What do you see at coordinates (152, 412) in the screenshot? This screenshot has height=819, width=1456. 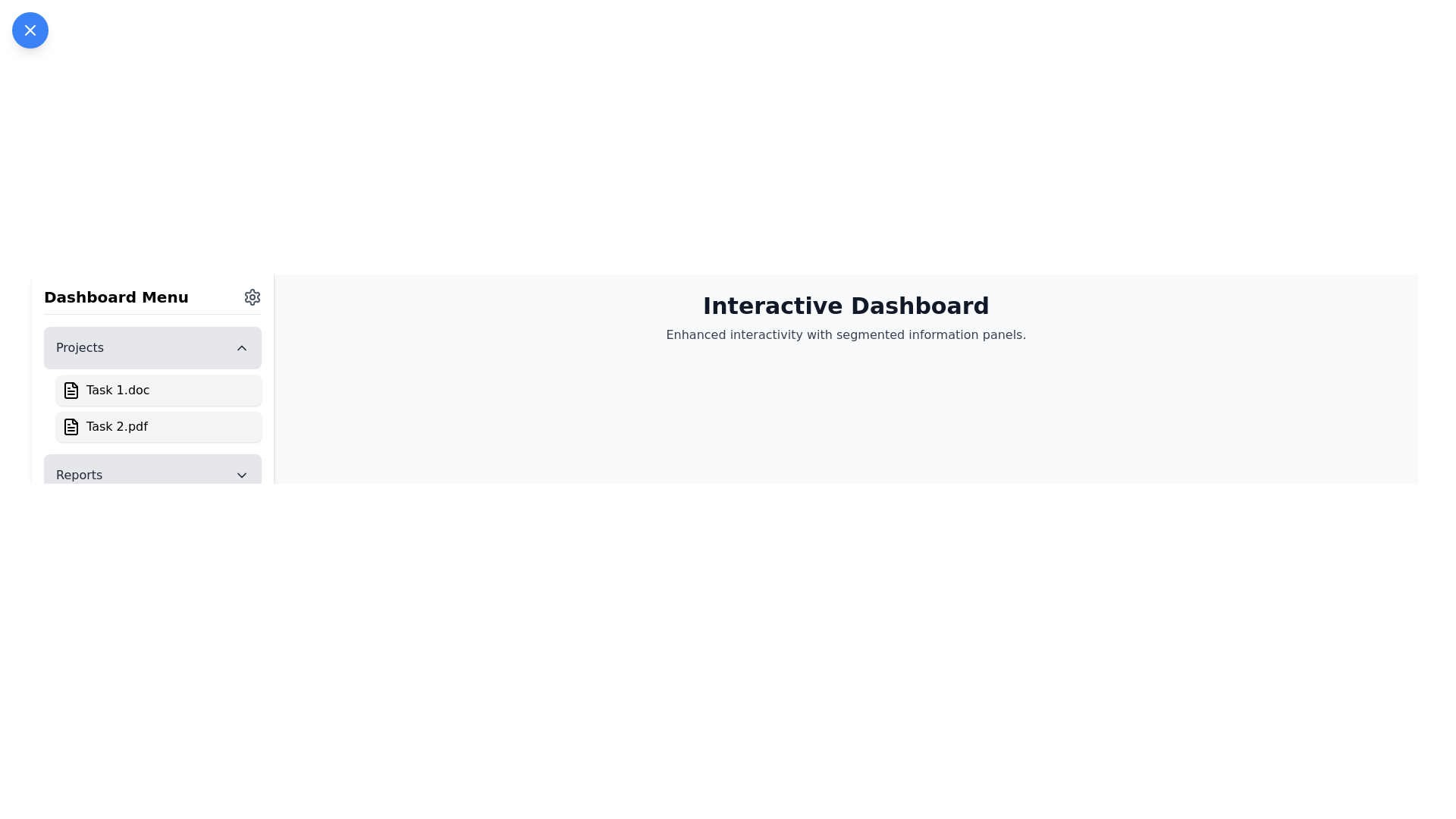 I see `the document labeled 'Task 2.pdf' in the 'Projects' section of the sidebar` at bounding box center [152, 412].